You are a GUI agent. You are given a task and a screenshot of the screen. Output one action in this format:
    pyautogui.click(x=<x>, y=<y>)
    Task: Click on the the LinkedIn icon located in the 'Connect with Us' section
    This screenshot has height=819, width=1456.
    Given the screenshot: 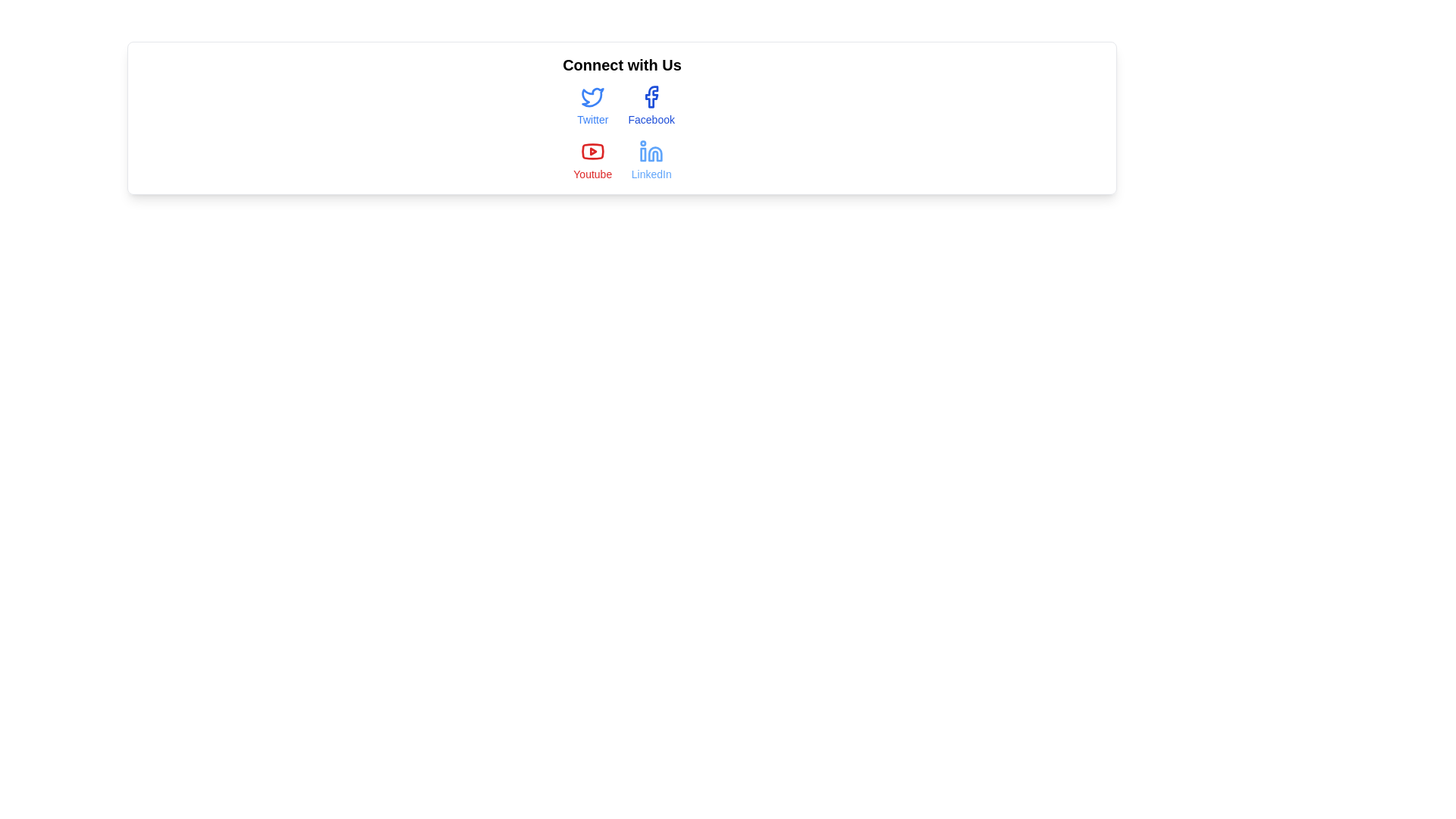 What is the action you would take?
    pyautogui.click(x=651, y=152)
    